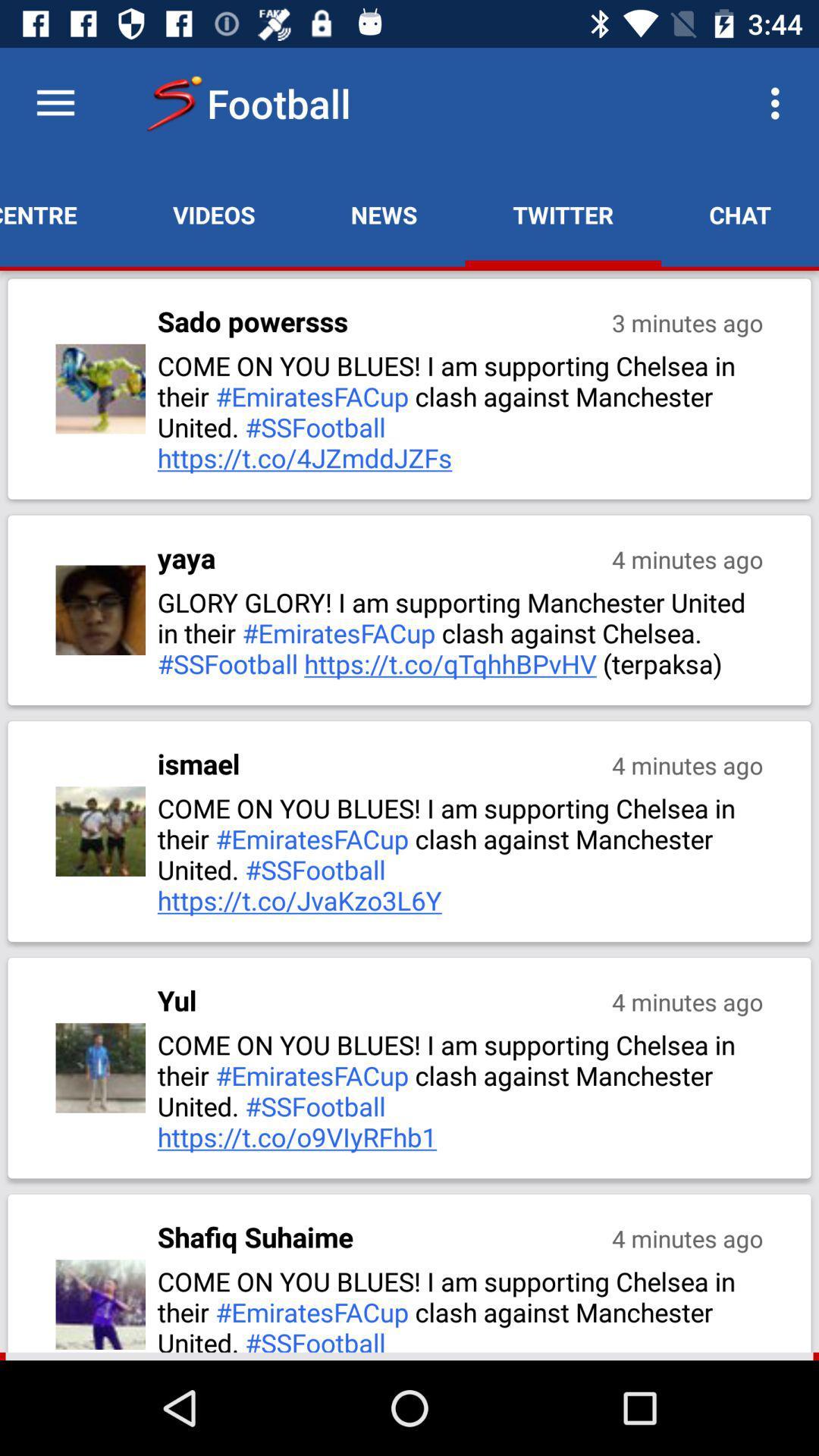 The width and height of the screenshot is (819, 1456). Describe the element at coordinates (779, 102) in the screenshot. I see `the item next to the twitter` at that location.